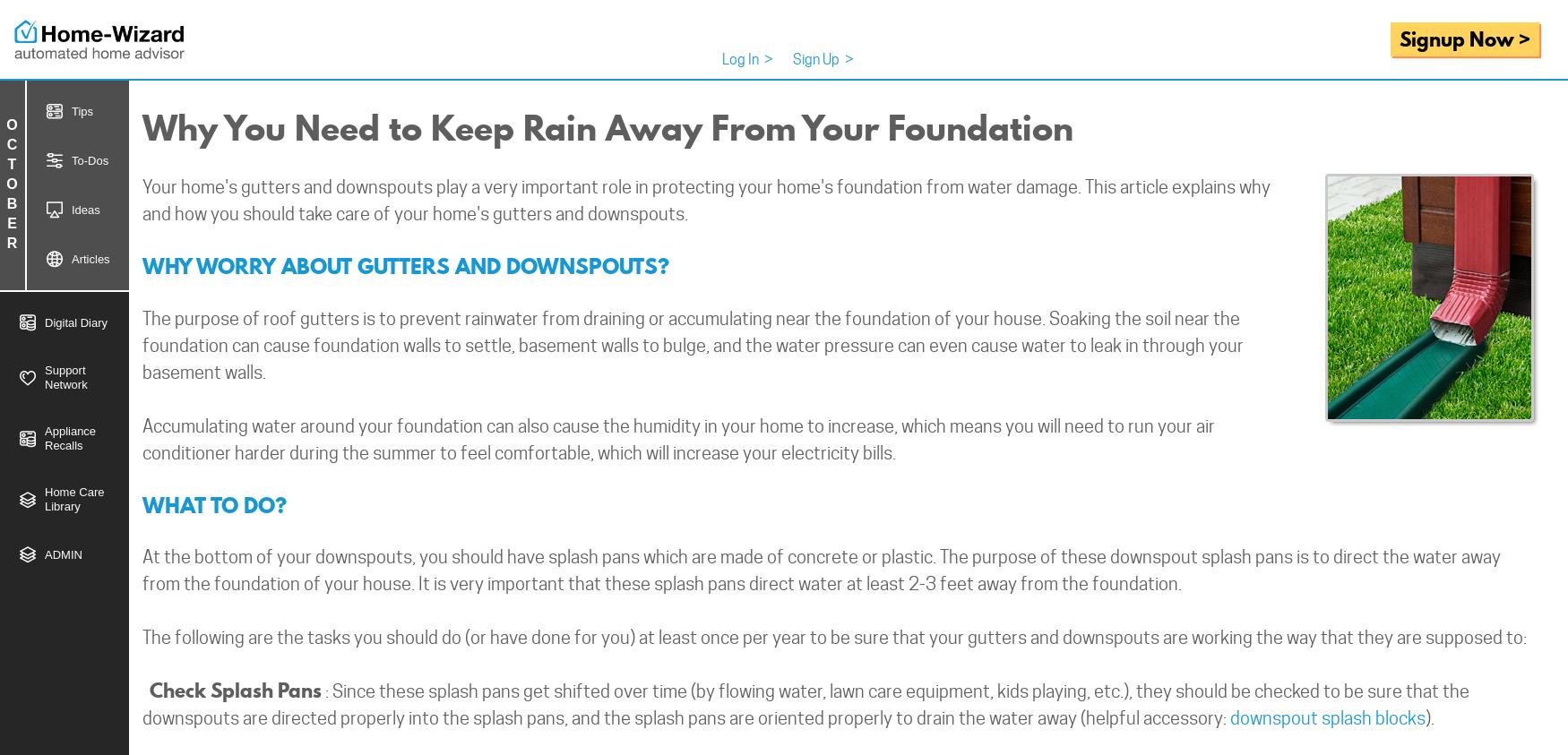  What do you see at coordinates (82, 109) in the screenshot?
I see `'Tips'` at bounding box center [82, 109].